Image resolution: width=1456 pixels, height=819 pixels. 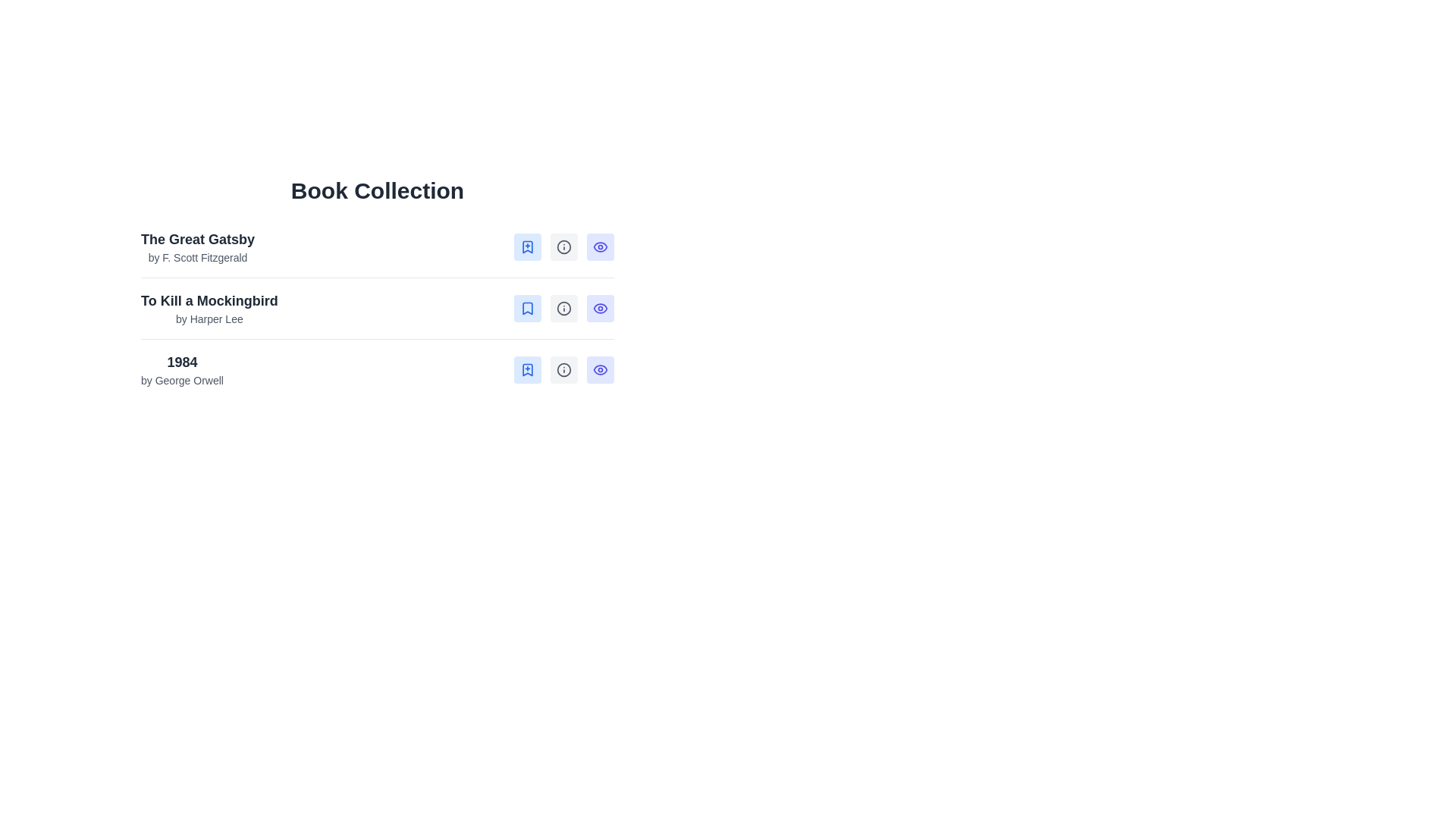 I want to click on the 'Details' button associated with the book 'To Kill a Mockingbird by Harper Lee', so click(x=563, y=308).